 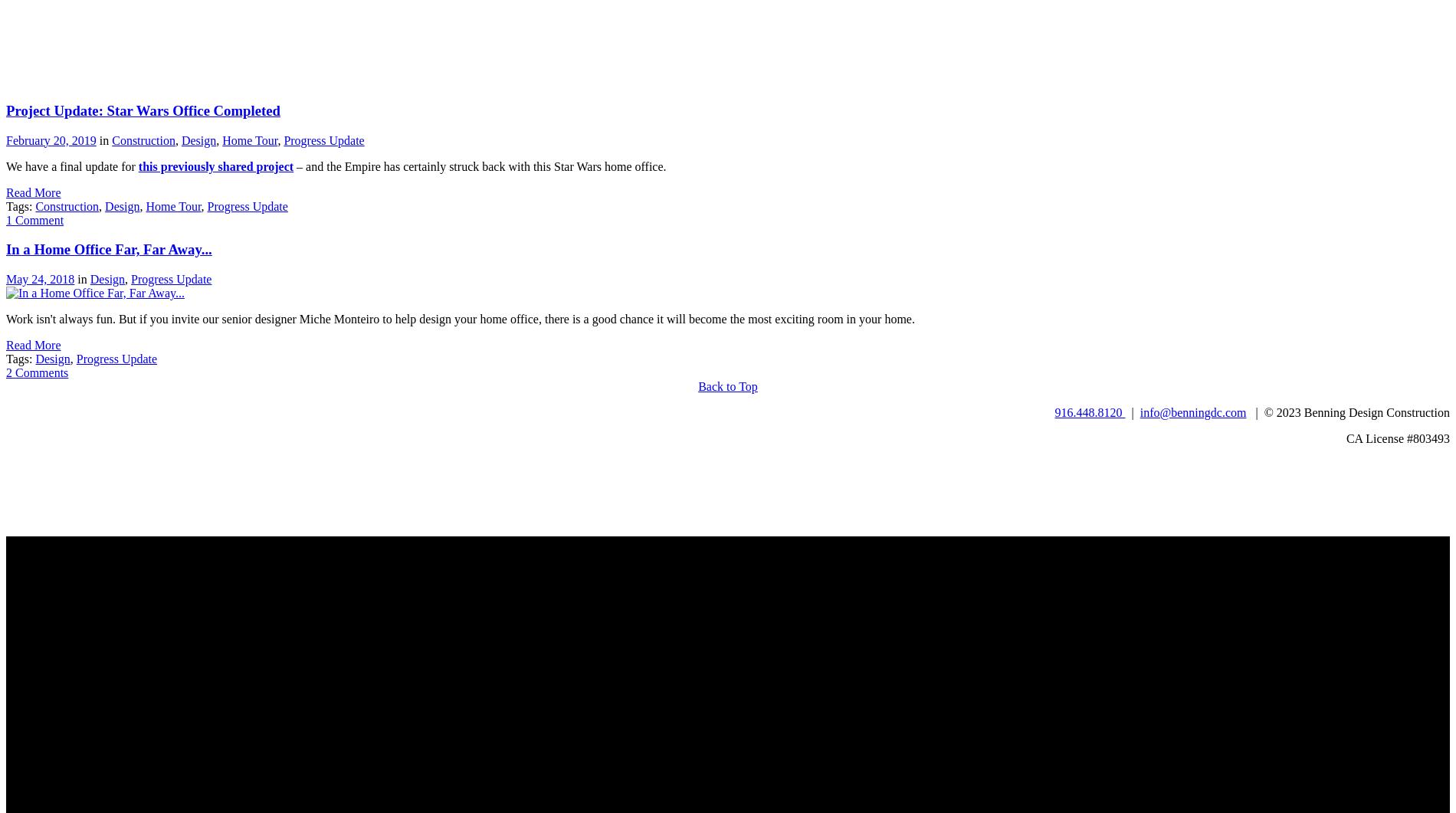 What do you see at coordinates (143, 110) in the screenshot?
I see `'Project Update: Star Wars Office Completed'` at bounding box center [143, 110].